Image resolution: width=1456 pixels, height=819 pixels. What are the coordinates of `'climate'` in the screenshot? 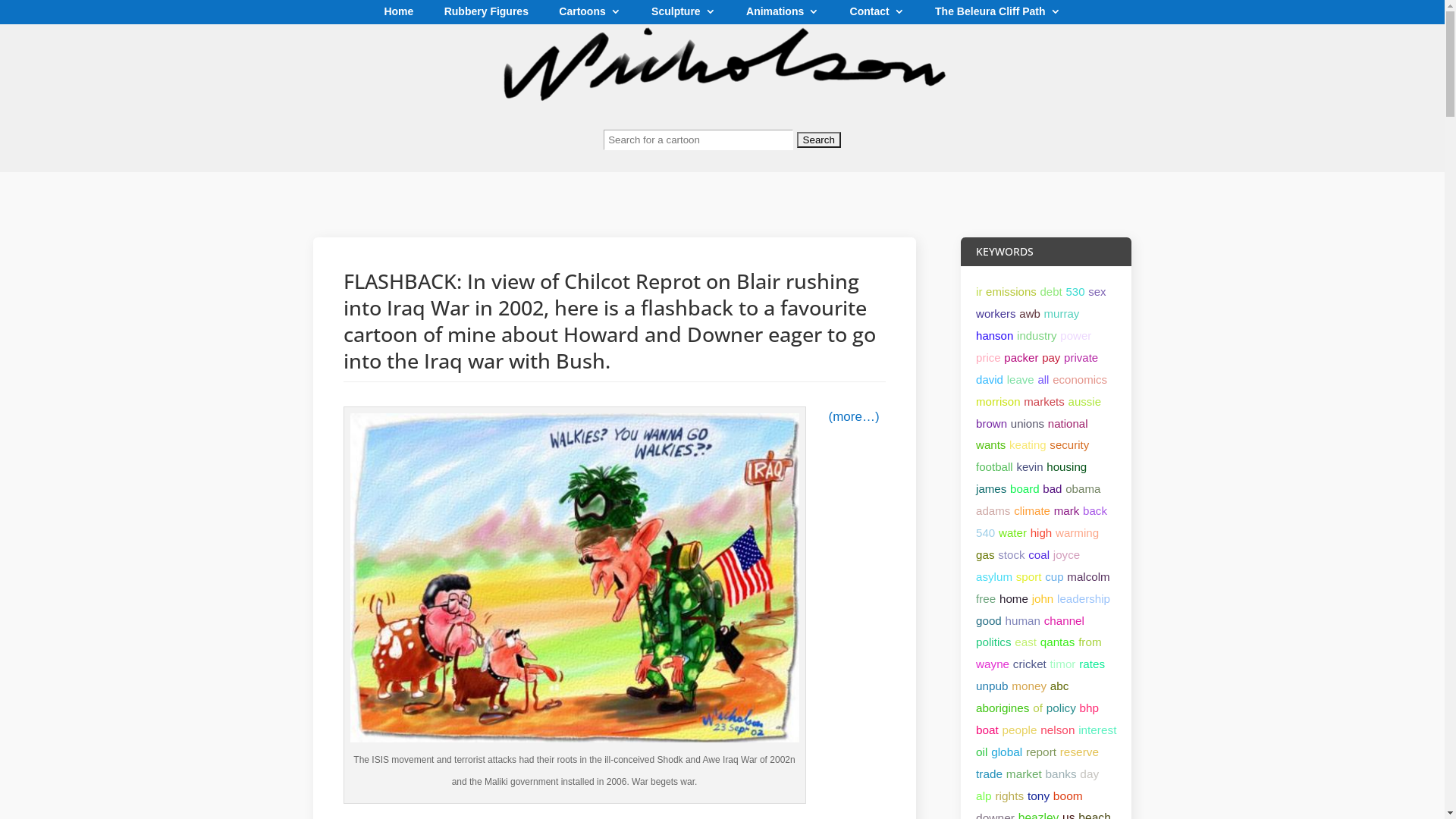 It's located at (1031, 510).